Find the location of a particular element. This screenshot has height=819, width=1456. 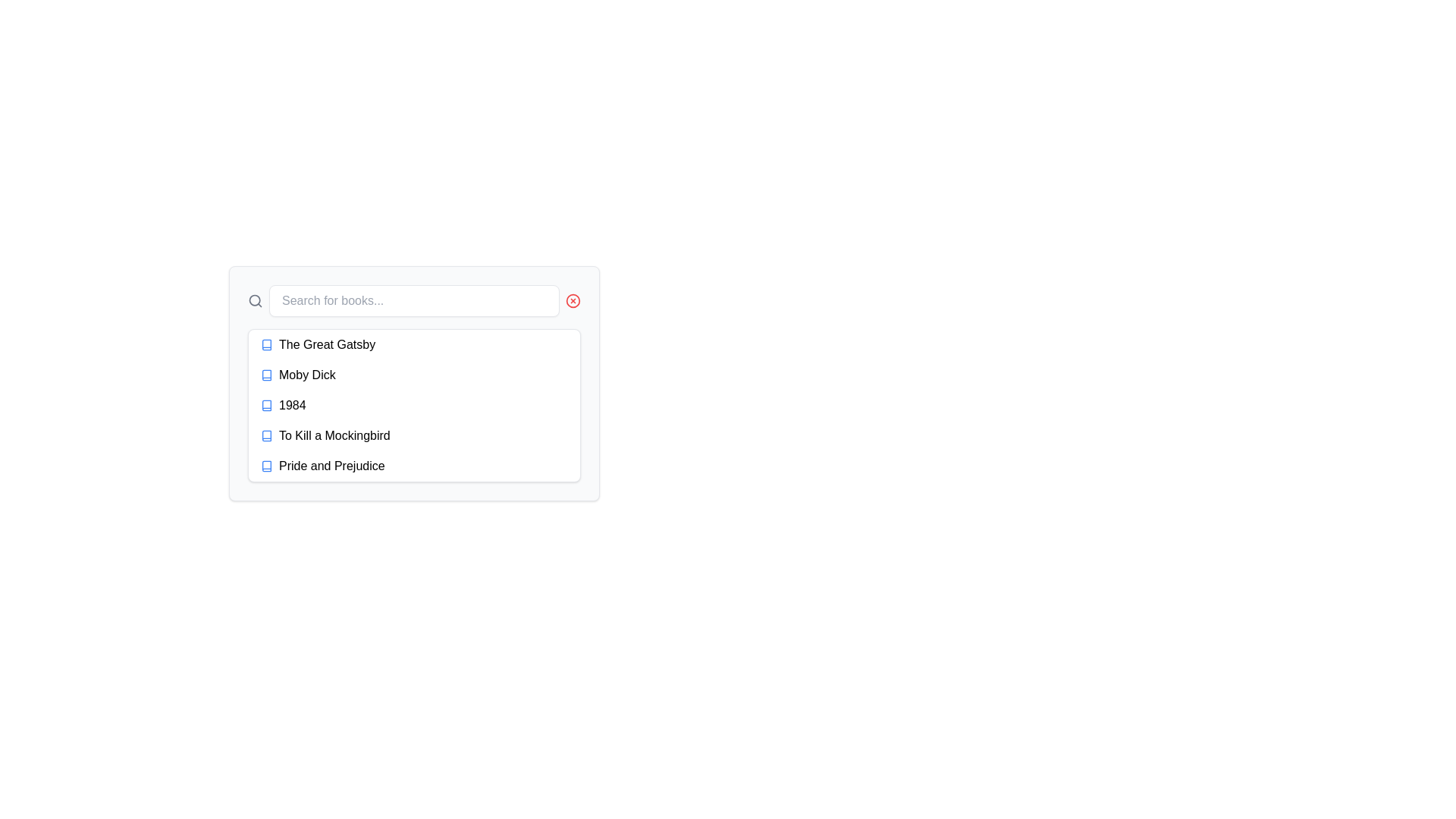

the SVG icon representing an open book located to the left of the text 'Moby Dick' is located at coordinates (266, 375).